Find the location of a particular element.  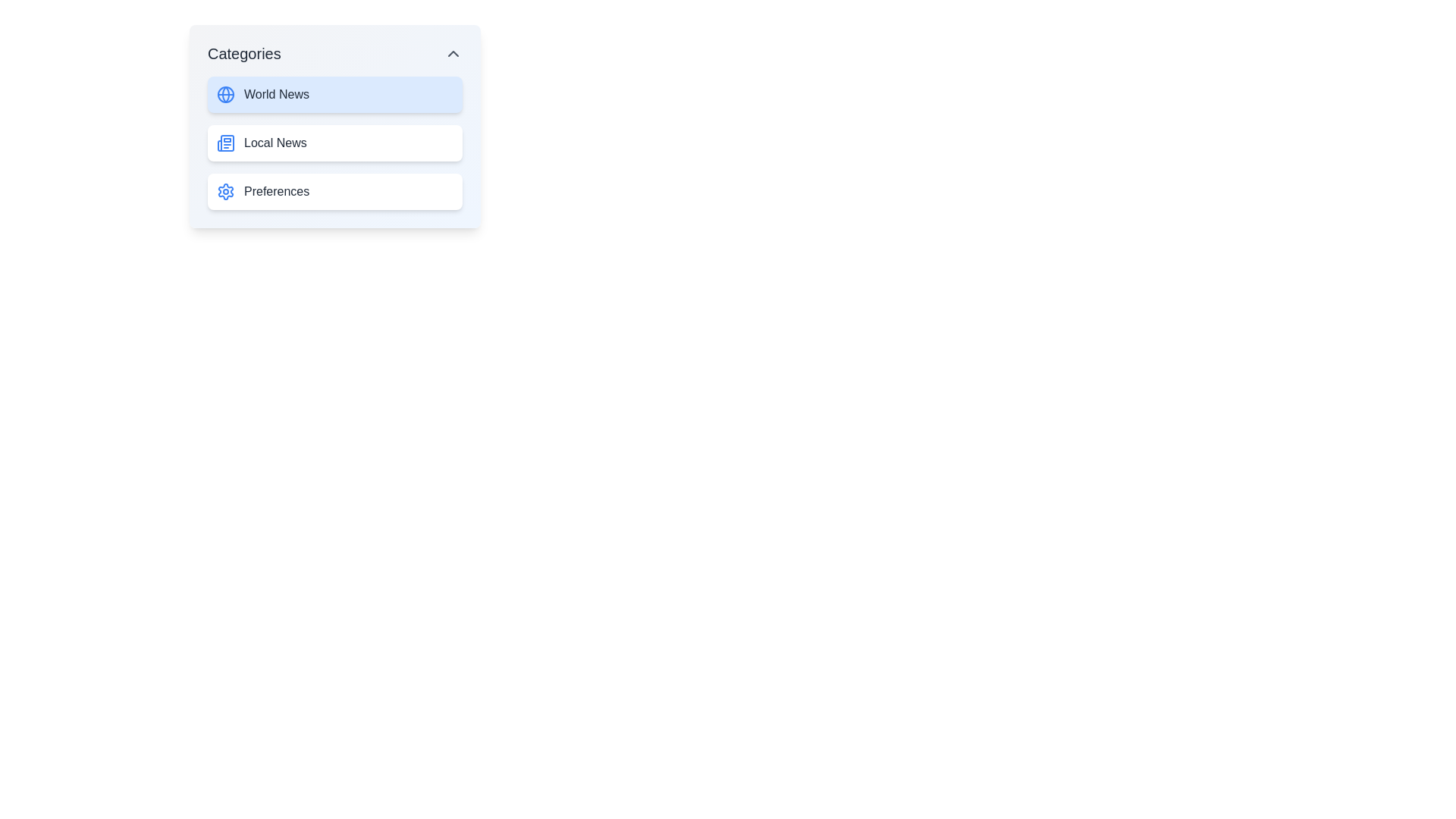

the gear icon representing the 'Preferences' or 'Settings' feature, located is located at coordinates (224, 191).